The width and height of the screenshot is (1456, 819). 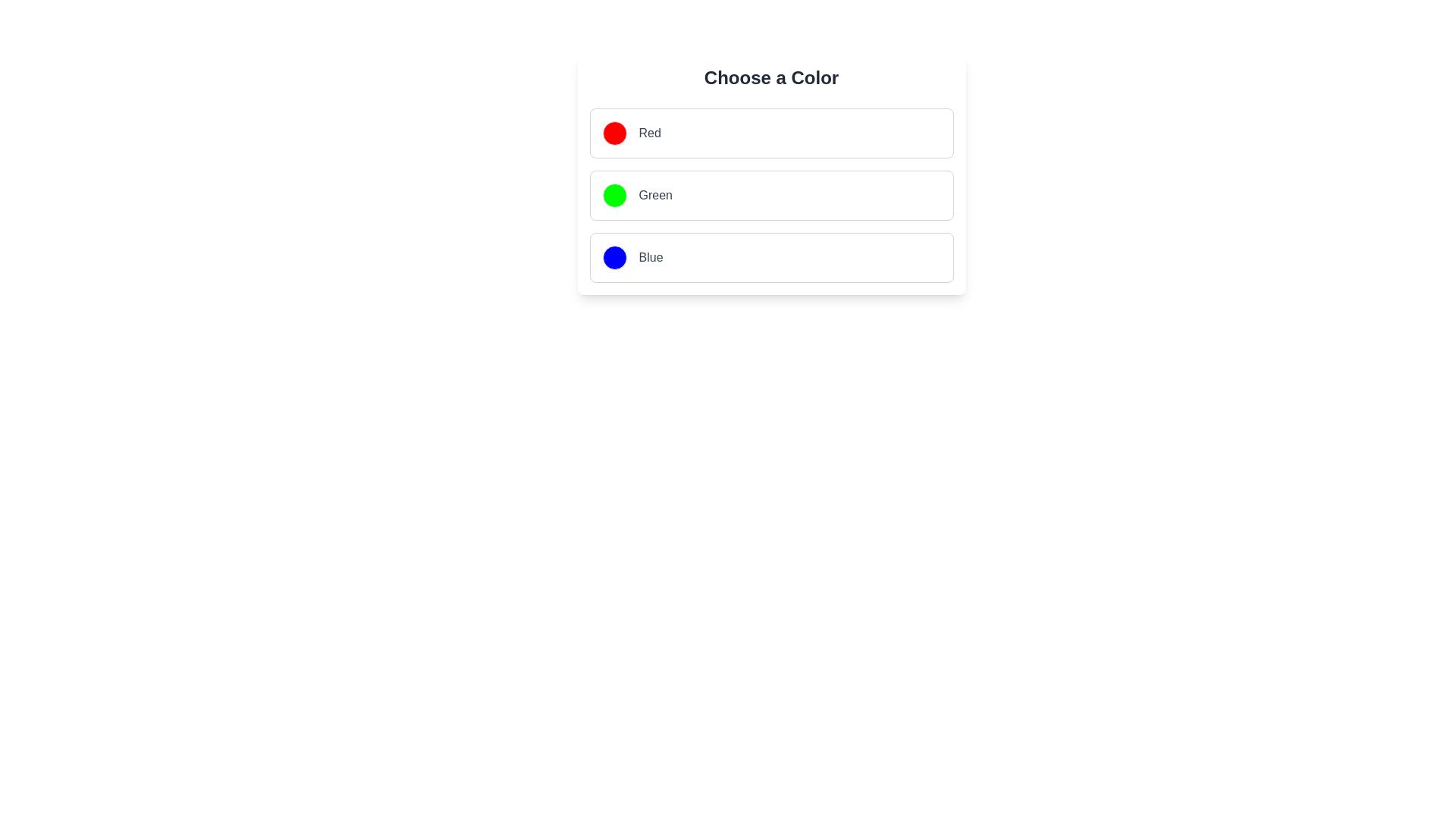 What do you see at coordinates (771, 195) in the screenshot?
I see `the 'Green' radio button in the 'Choose a Color' radiogroup` at bounding box center [771, 195].